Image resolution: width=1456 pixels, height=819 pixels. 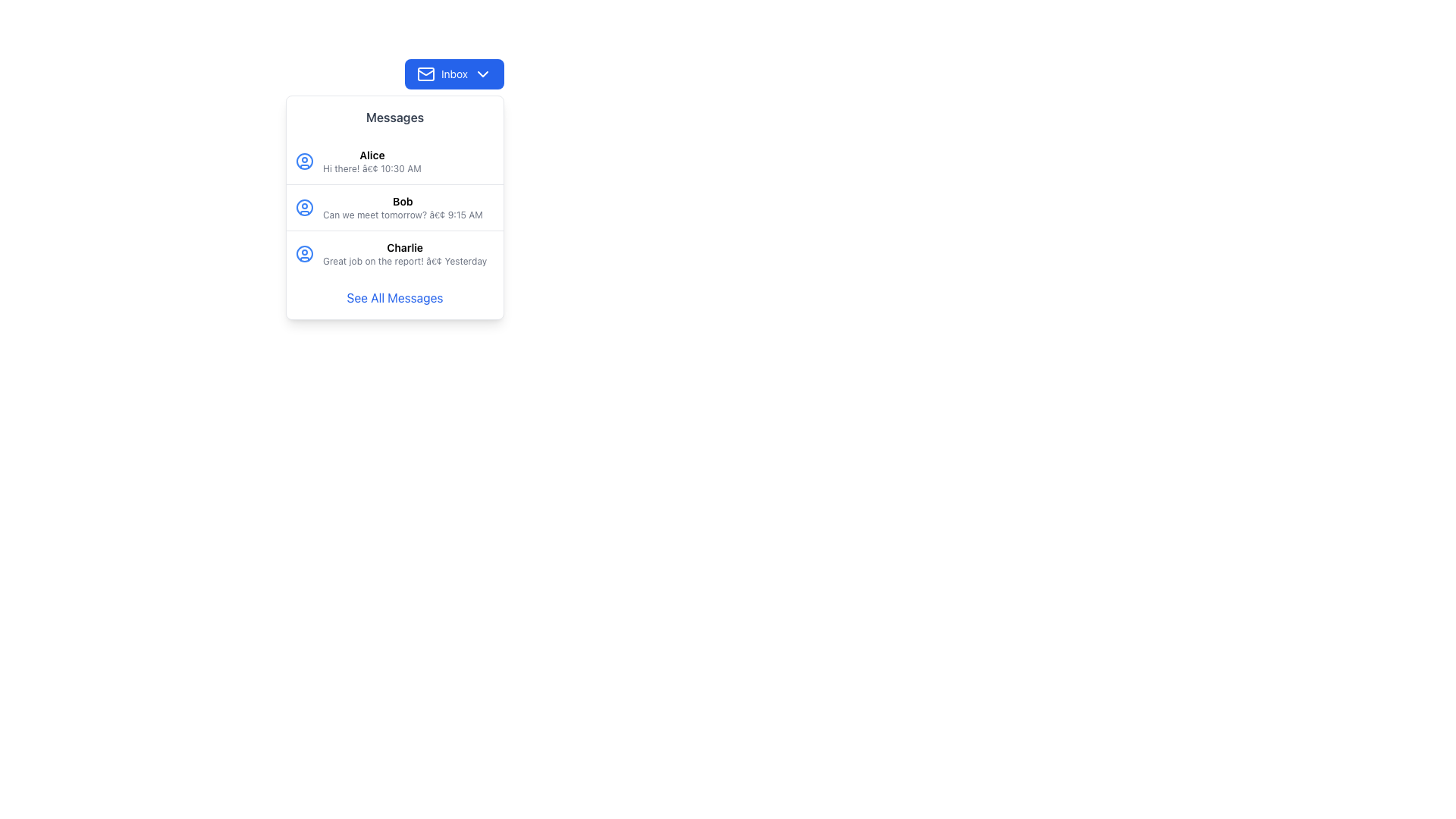 I want to click on the blue text link labeled 'See All Messages' located at the bottom of the pop-up panel, so click(x=395, y=298).